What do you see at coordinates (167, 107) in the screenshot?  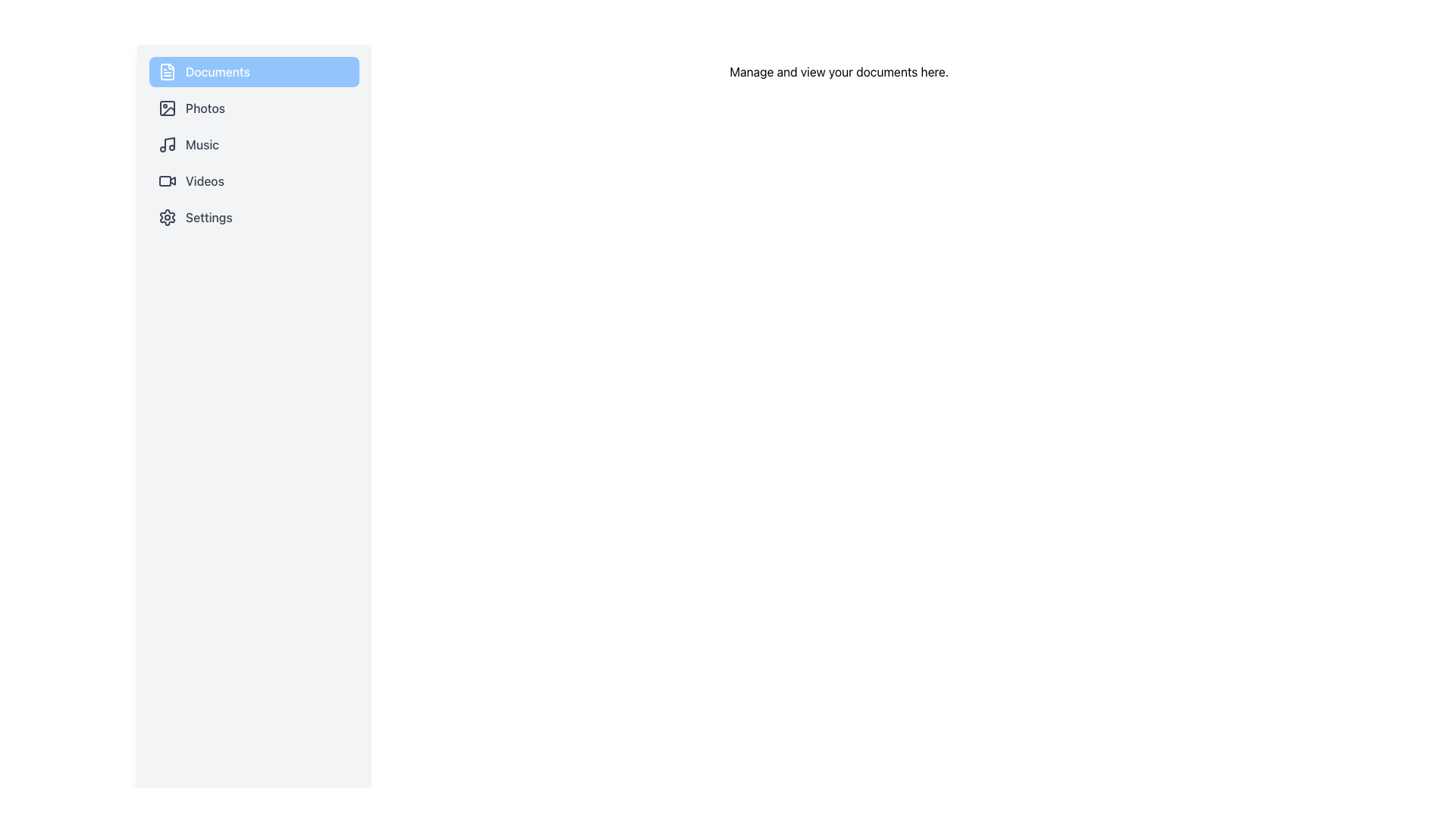 I see `the small icon resembling a stylized picture frame with a circular sun and a triangular mountain, located to the left of the 'Photos' text in the vertical navigation menu` at bounding box center [167, 107].